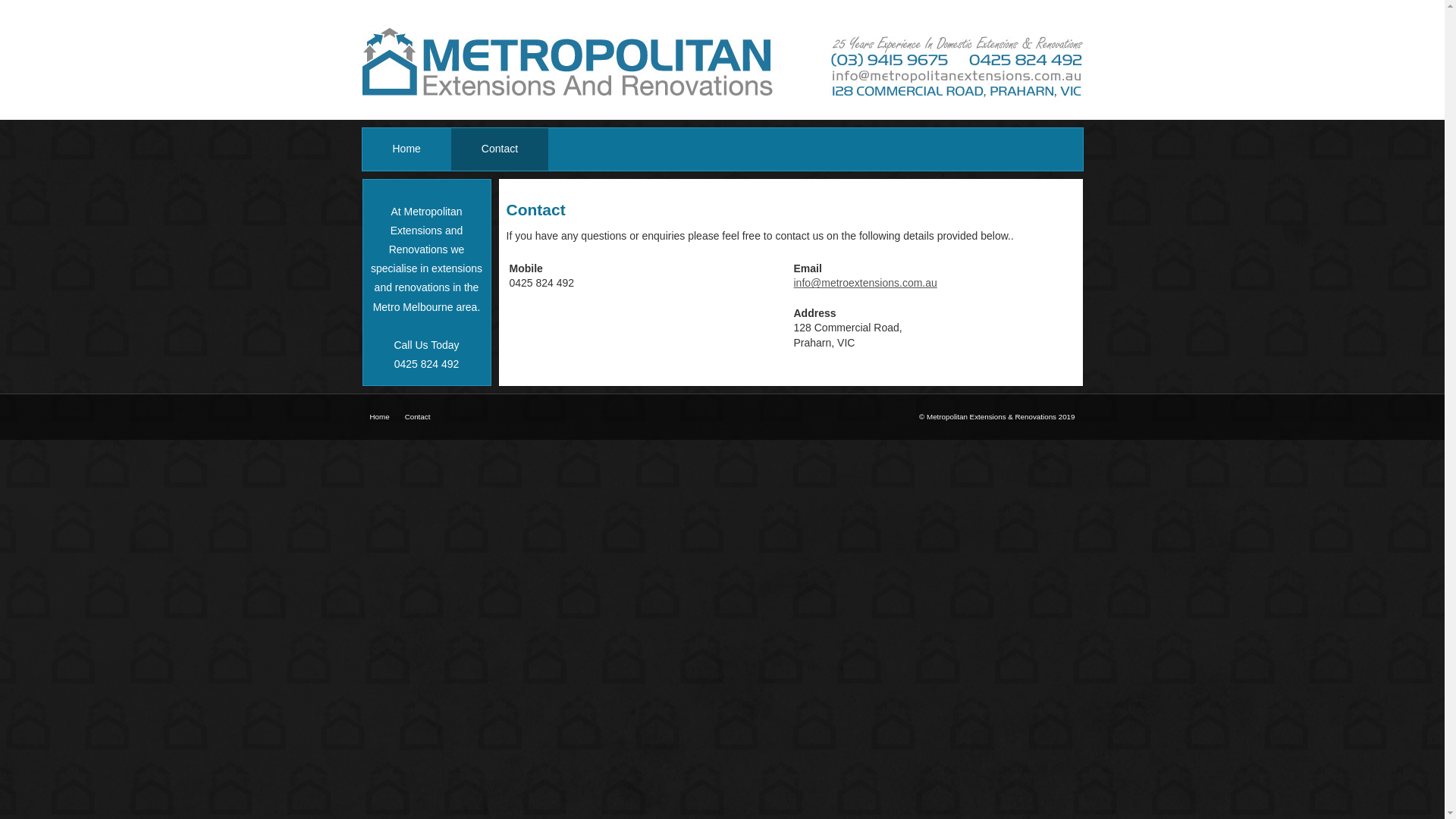  Describe the element at coordinates (397, 417) in the screenshot. I see `'Contact'` at that location.